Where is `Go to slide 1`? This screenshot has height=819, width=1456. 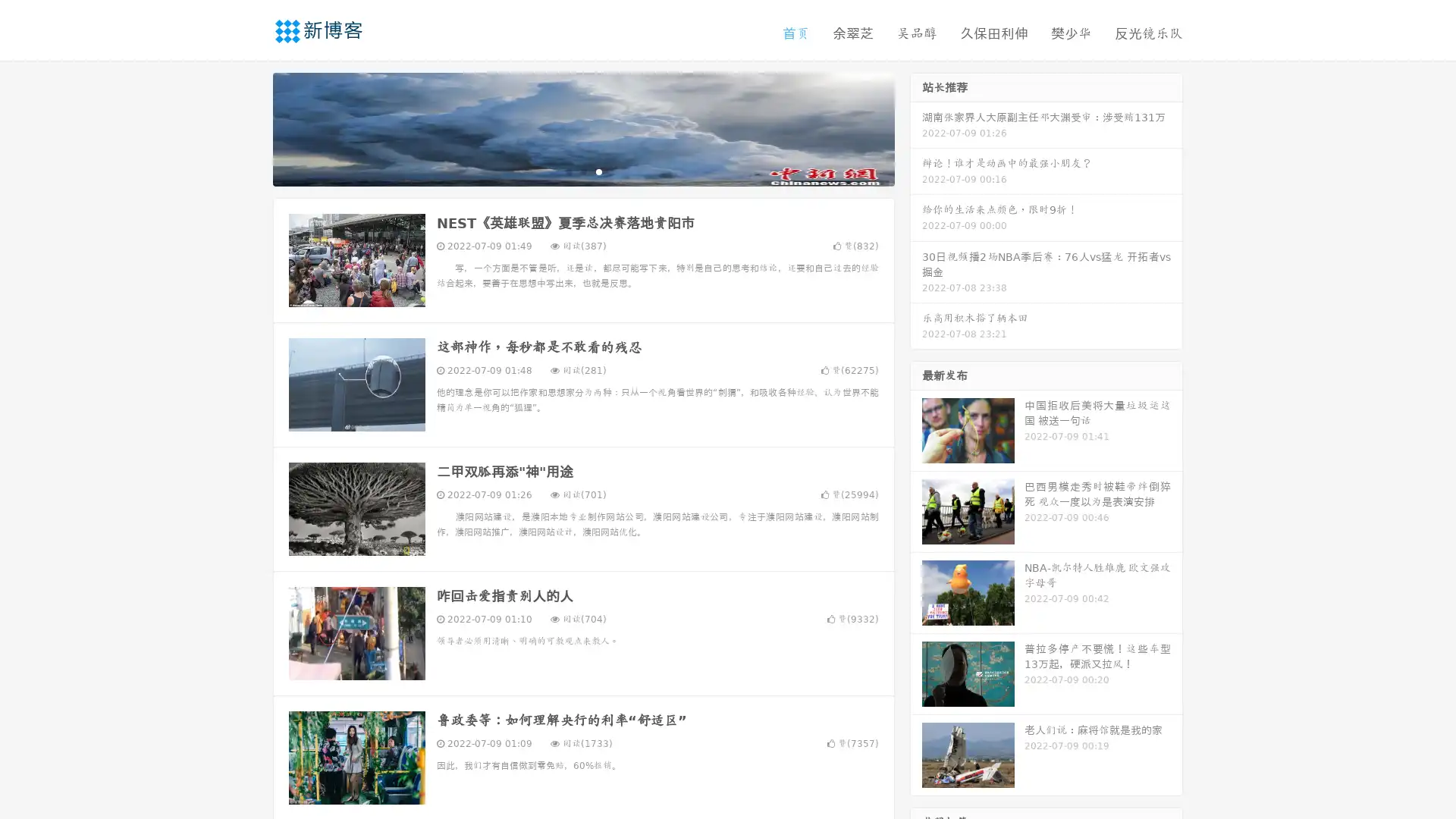
Go to slide 1 is located at coordinates (567, 171).